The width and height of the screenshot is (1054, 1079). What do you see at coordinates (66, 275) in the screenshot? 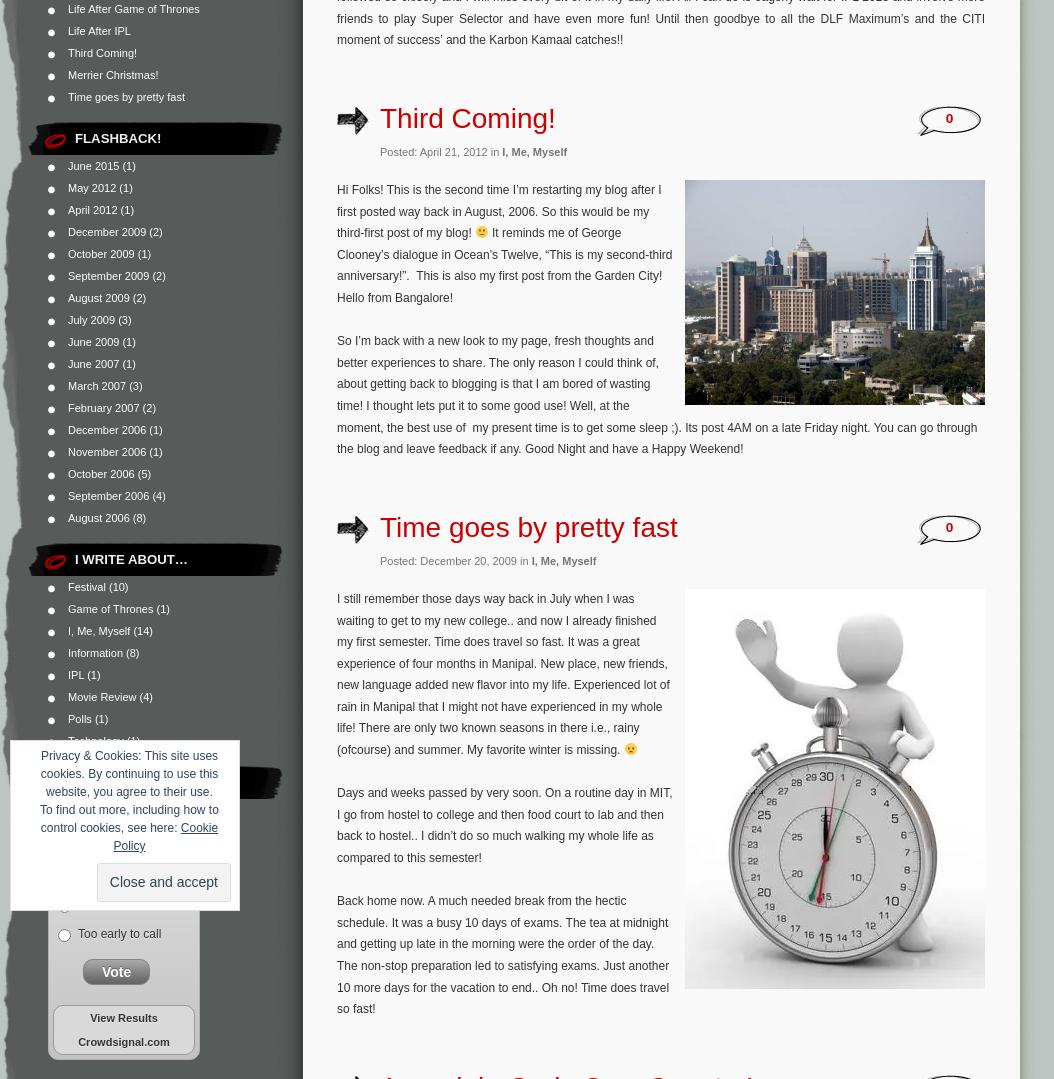
I see `'September 2009'` at bounding box center [66, 275].